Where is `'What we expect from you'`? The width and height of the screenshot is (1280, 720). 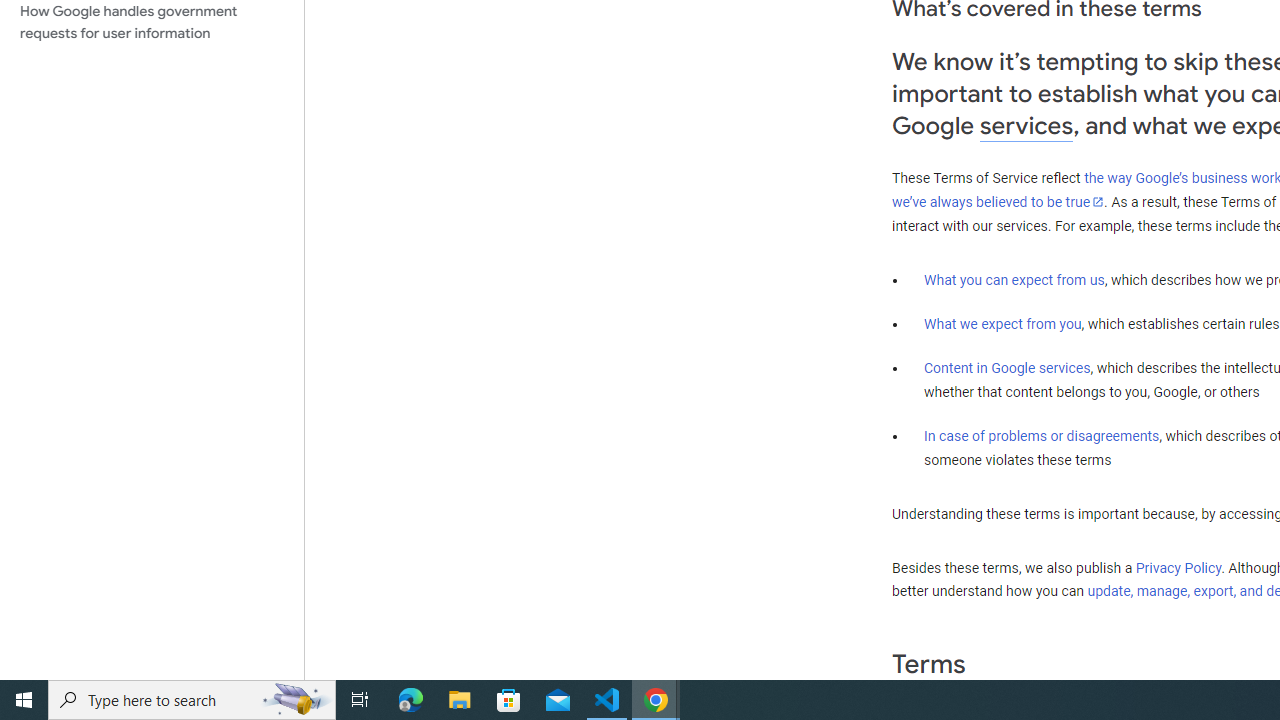
'What we expect from you' is located at coordinates (1002, 323).